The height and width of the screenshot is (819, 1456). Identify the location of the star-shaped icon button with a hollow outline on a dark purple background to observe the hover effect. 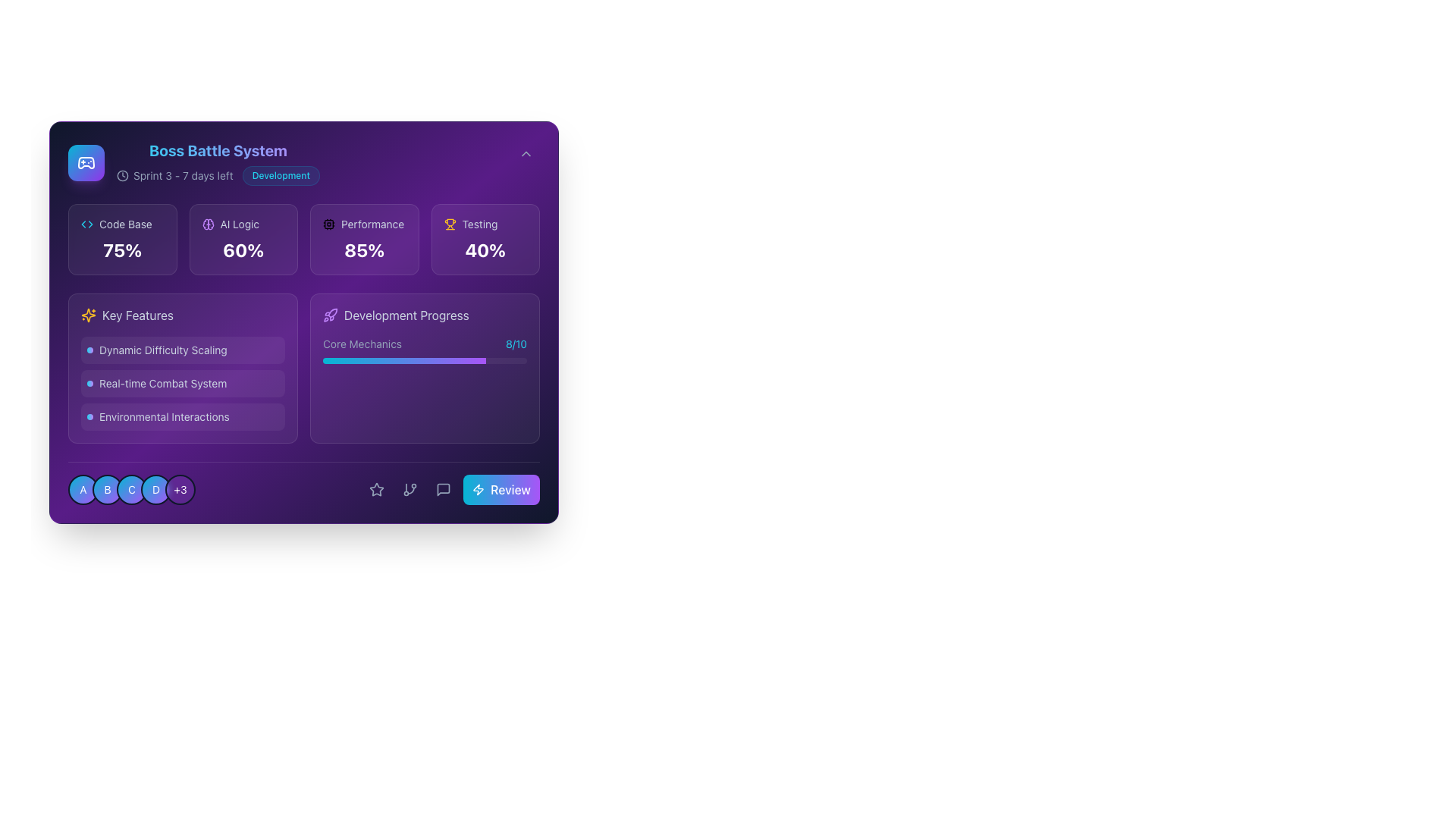
(377, 489).